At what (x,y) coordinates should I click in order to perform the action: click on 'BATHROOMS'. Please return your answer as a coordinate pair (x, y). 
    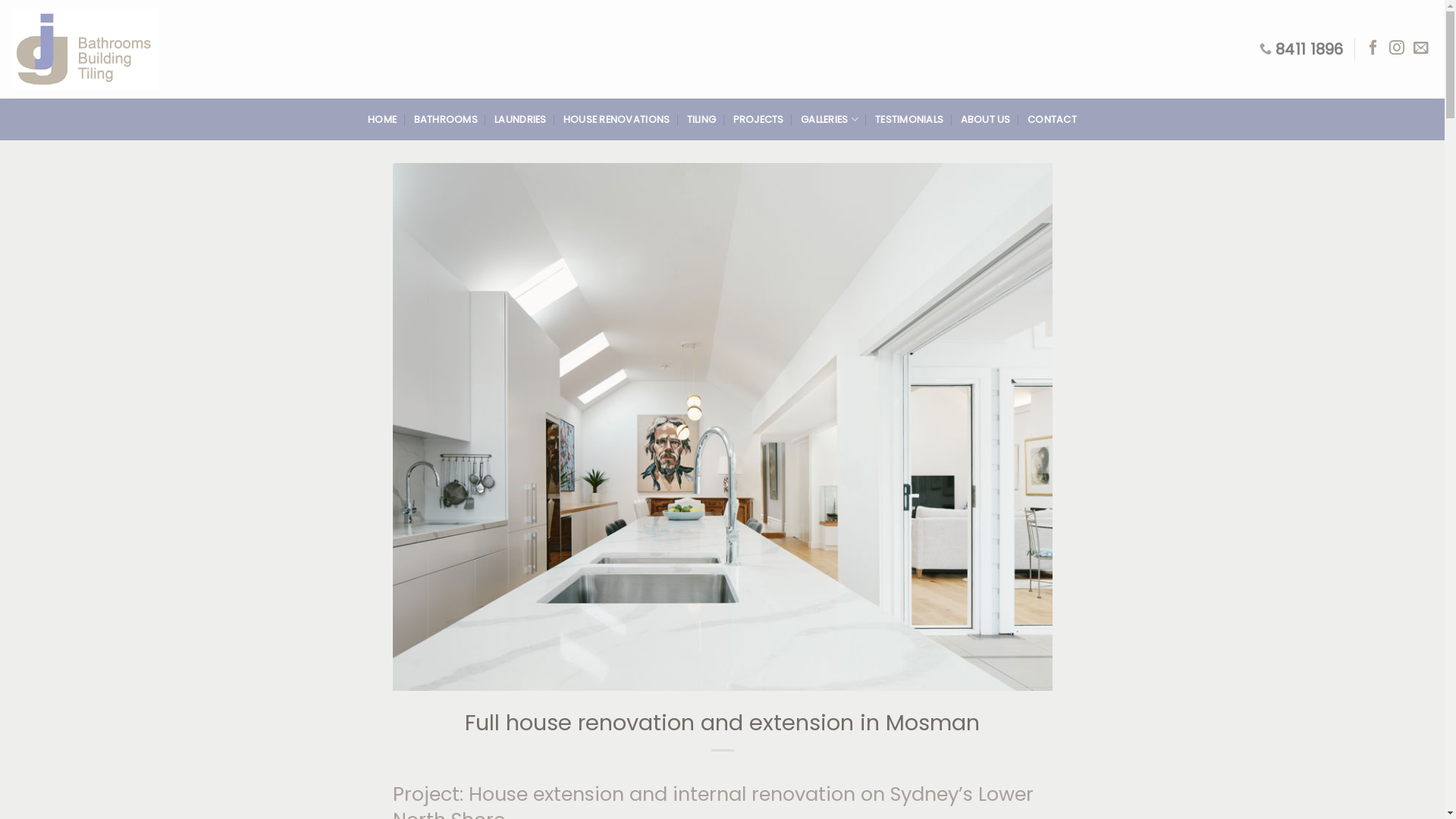
    Looking at the image, I should click on (445, 119).